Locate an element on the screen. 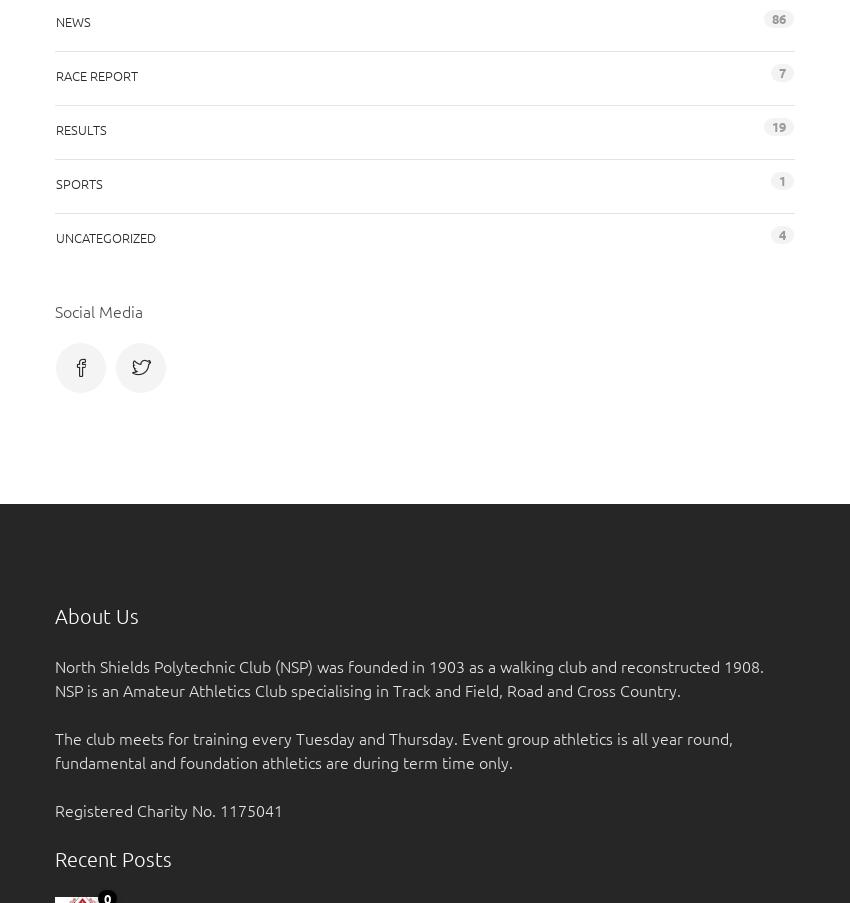 This screenshot has width=850, height=903. 'The club meets for training every Tuesday and Thursday. Event group athletics is all year round, fundamental and foundation athletics are during term time only.' is located at coordinates (393, 749).